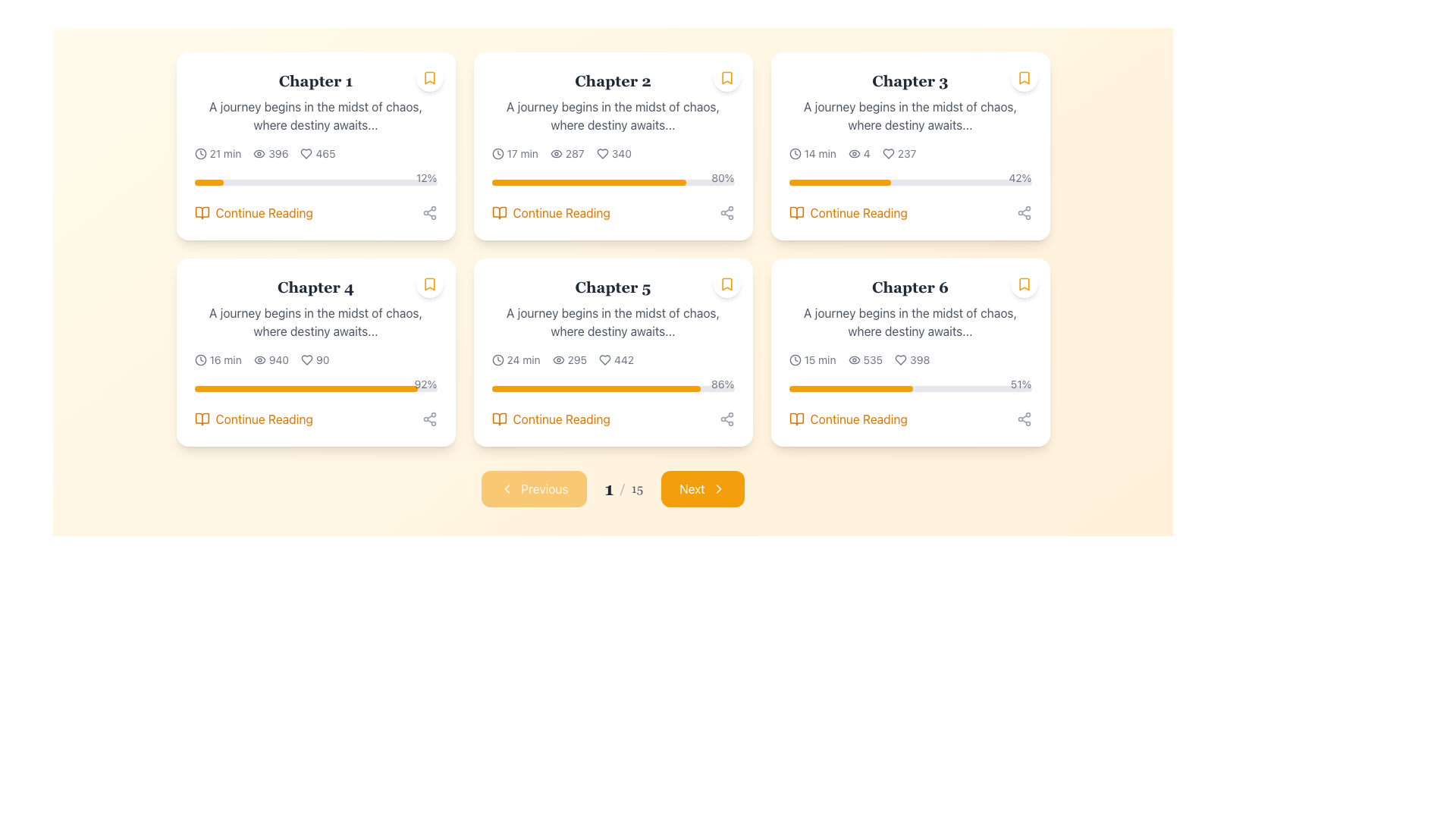 The width and height of the screenshot is (1456, 819). What do you see at coordinates (201, 213) in the screenshot?
I see `the reading icon located in the bottom left corner of the 'Chapter 1' card, which is adjacent to the 'Continue Reading' text` at bounding box center [201, 213].